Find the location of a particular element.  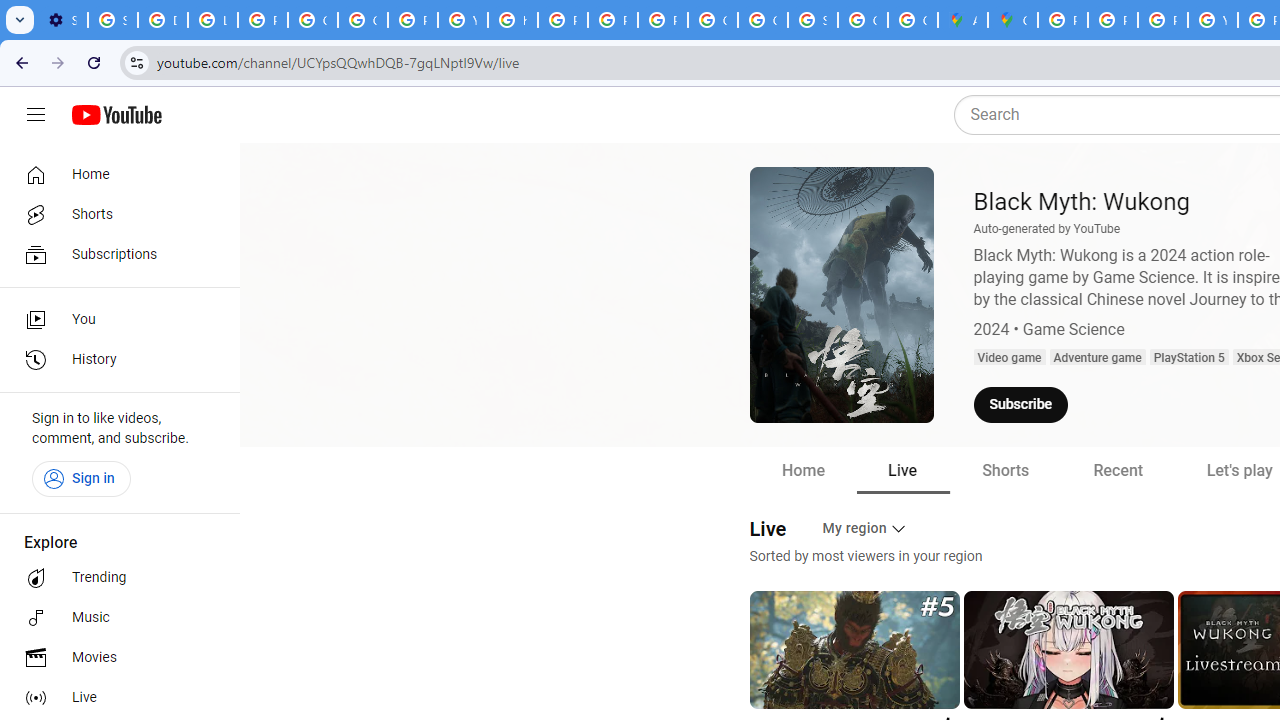

'Settings - On startup' is located at coordinates (62, 20).